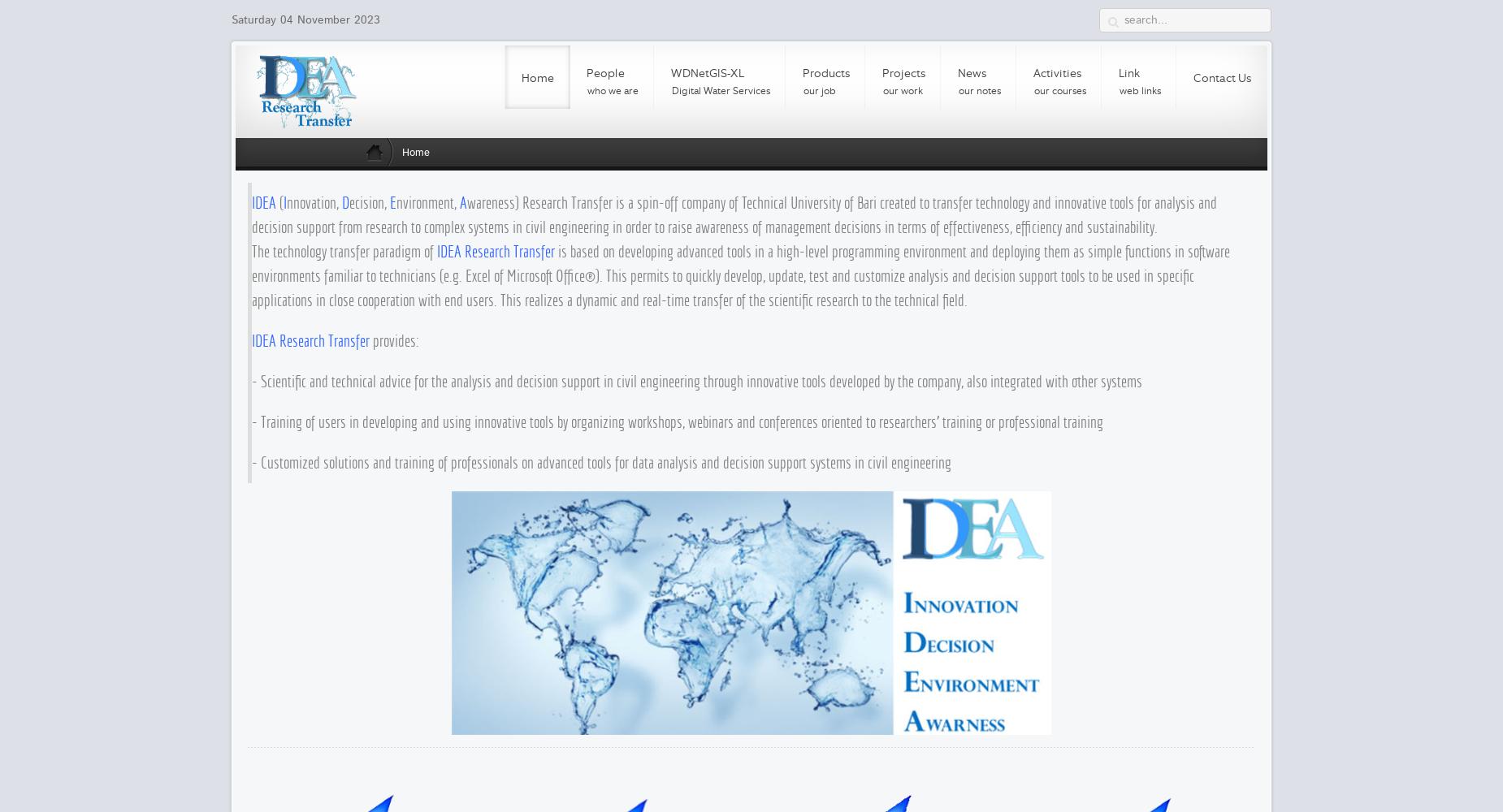 The width and height of the screenshot is (1503, 812). What do you see at coordinates (263, 201) in the screenshot?
I see `'IDEA'` at bounding box center [263, 201].